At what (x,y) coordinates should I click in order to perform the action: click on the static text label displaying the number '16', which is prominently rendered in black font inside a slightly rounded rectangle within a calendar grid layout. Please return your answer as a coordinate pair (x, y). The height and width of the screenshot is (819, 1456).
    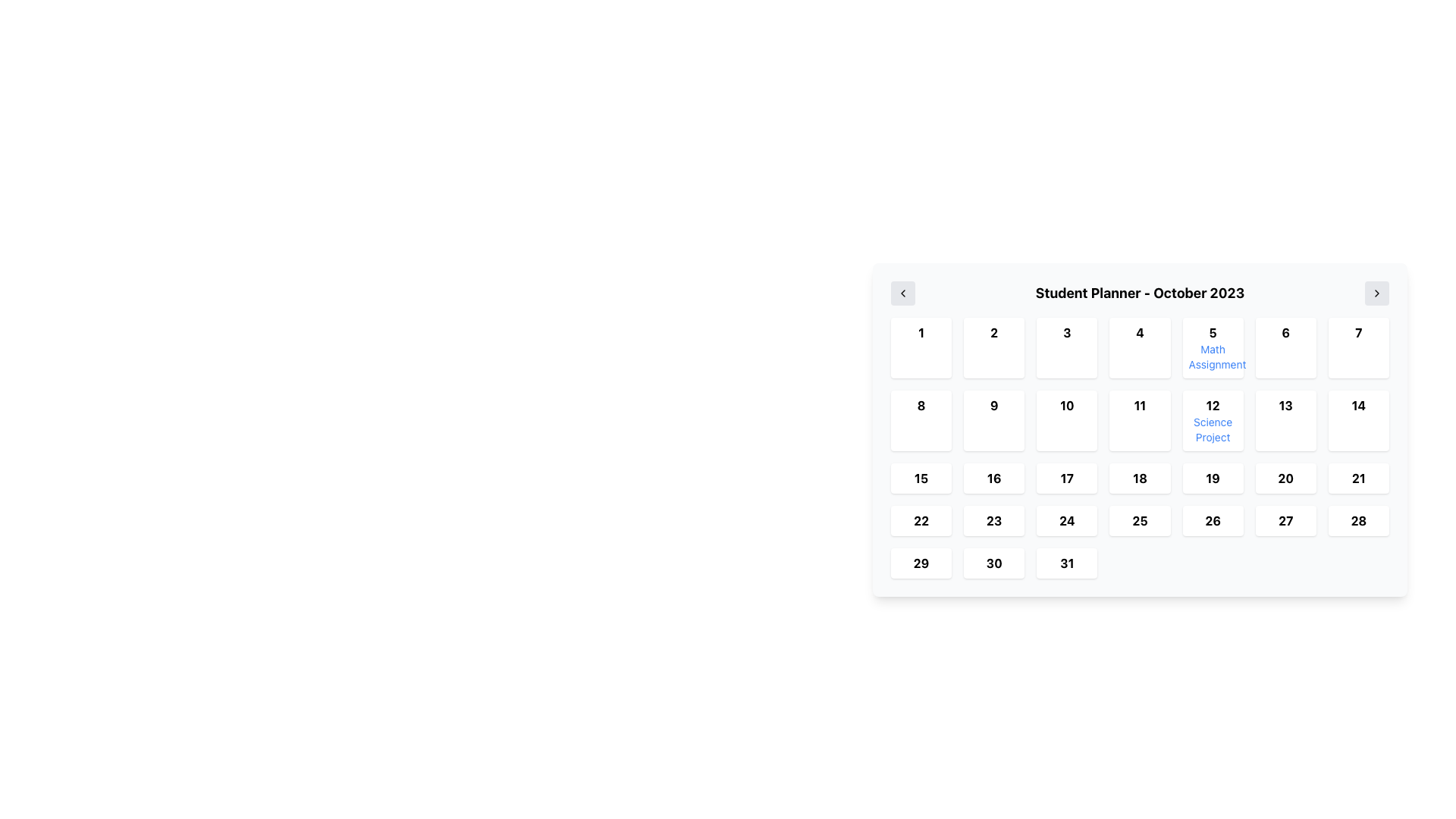
    Looking at the image, I should click on (994, 479).